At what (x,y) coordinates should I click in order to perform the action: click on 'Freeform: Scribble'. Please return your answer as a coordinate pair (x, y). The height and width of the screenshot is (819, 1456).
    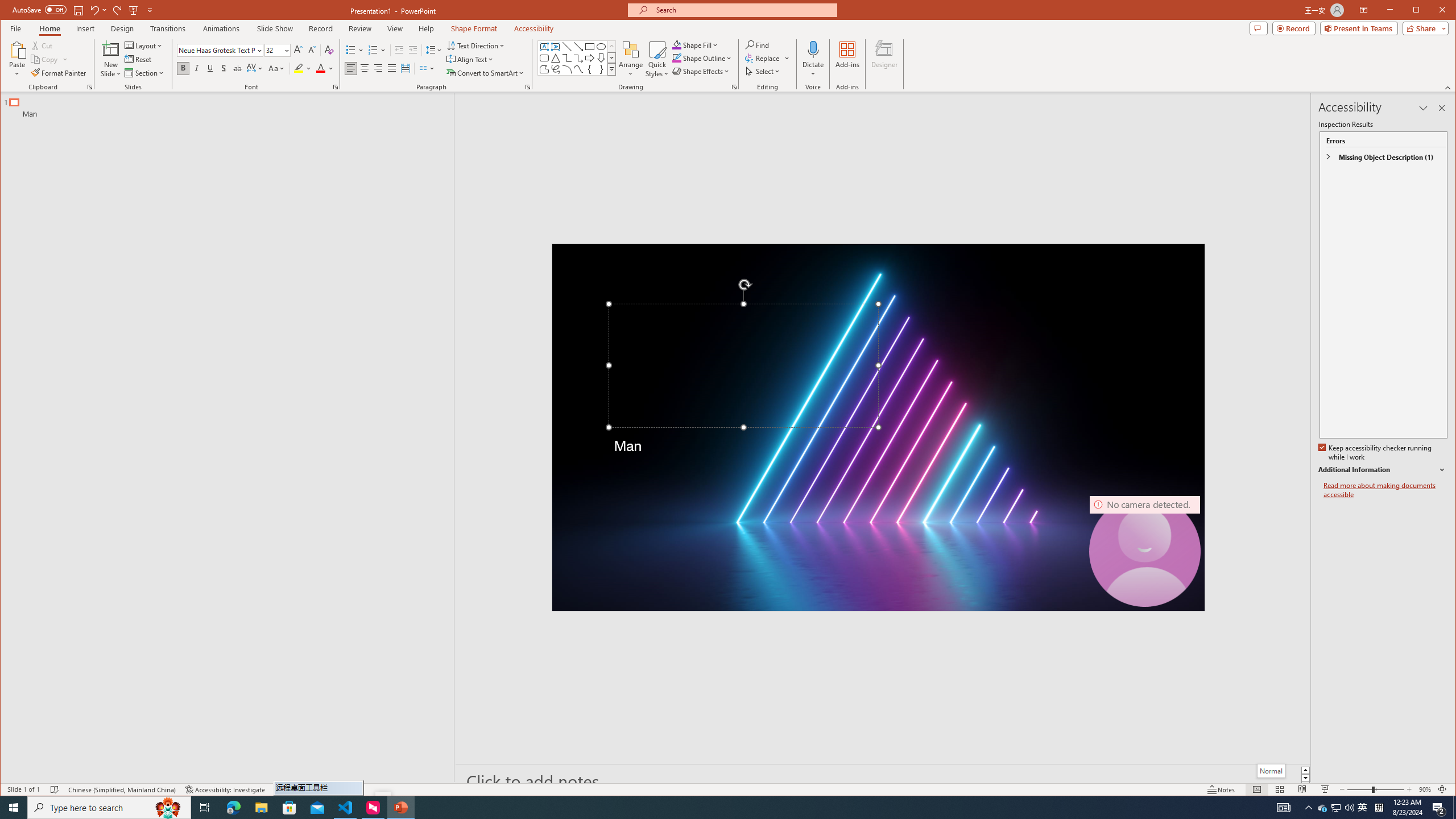
    Looking at the image, I should click on (556, 69).